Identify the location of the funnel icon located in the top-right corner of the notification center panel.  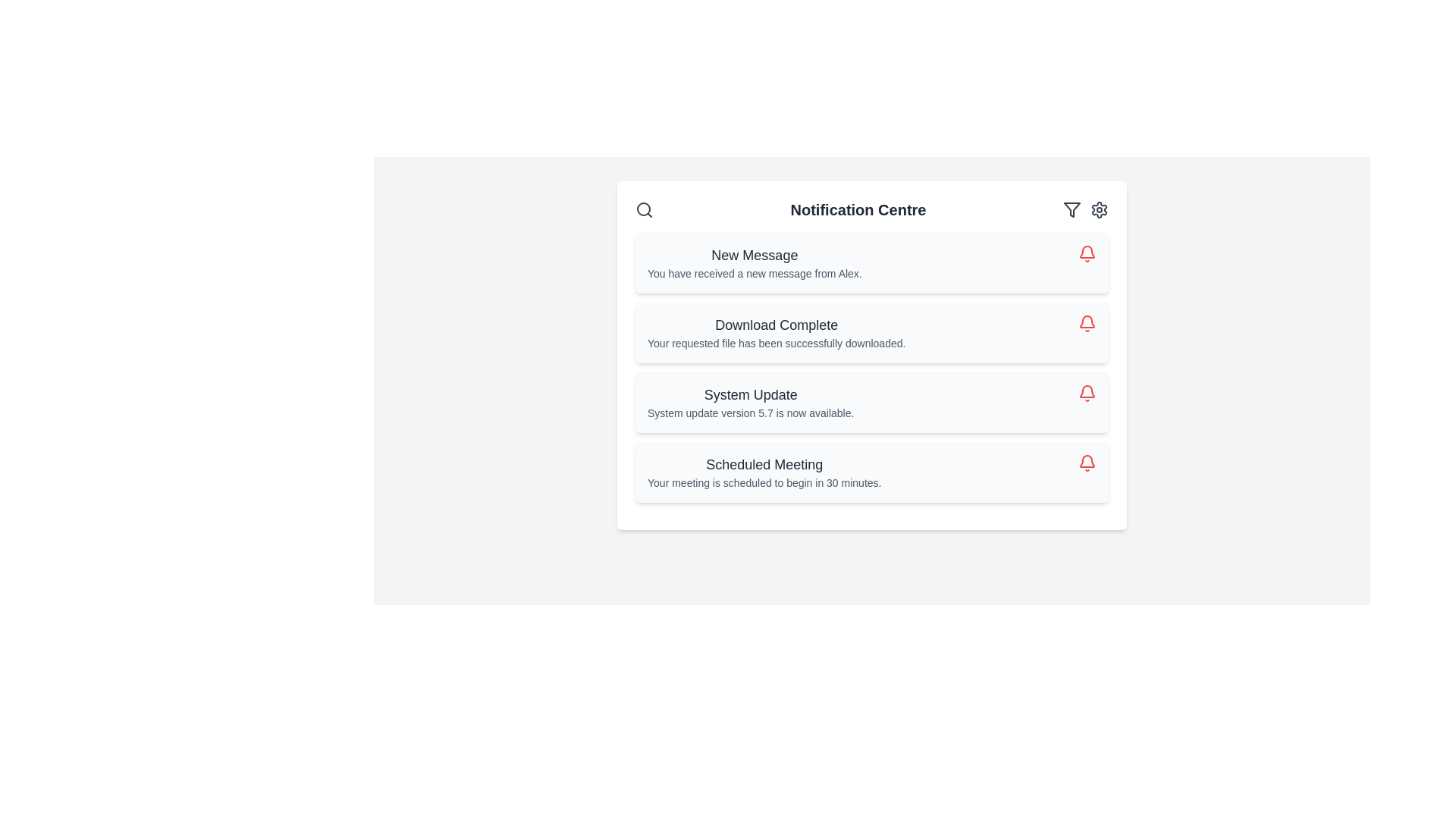
(1072, 210).